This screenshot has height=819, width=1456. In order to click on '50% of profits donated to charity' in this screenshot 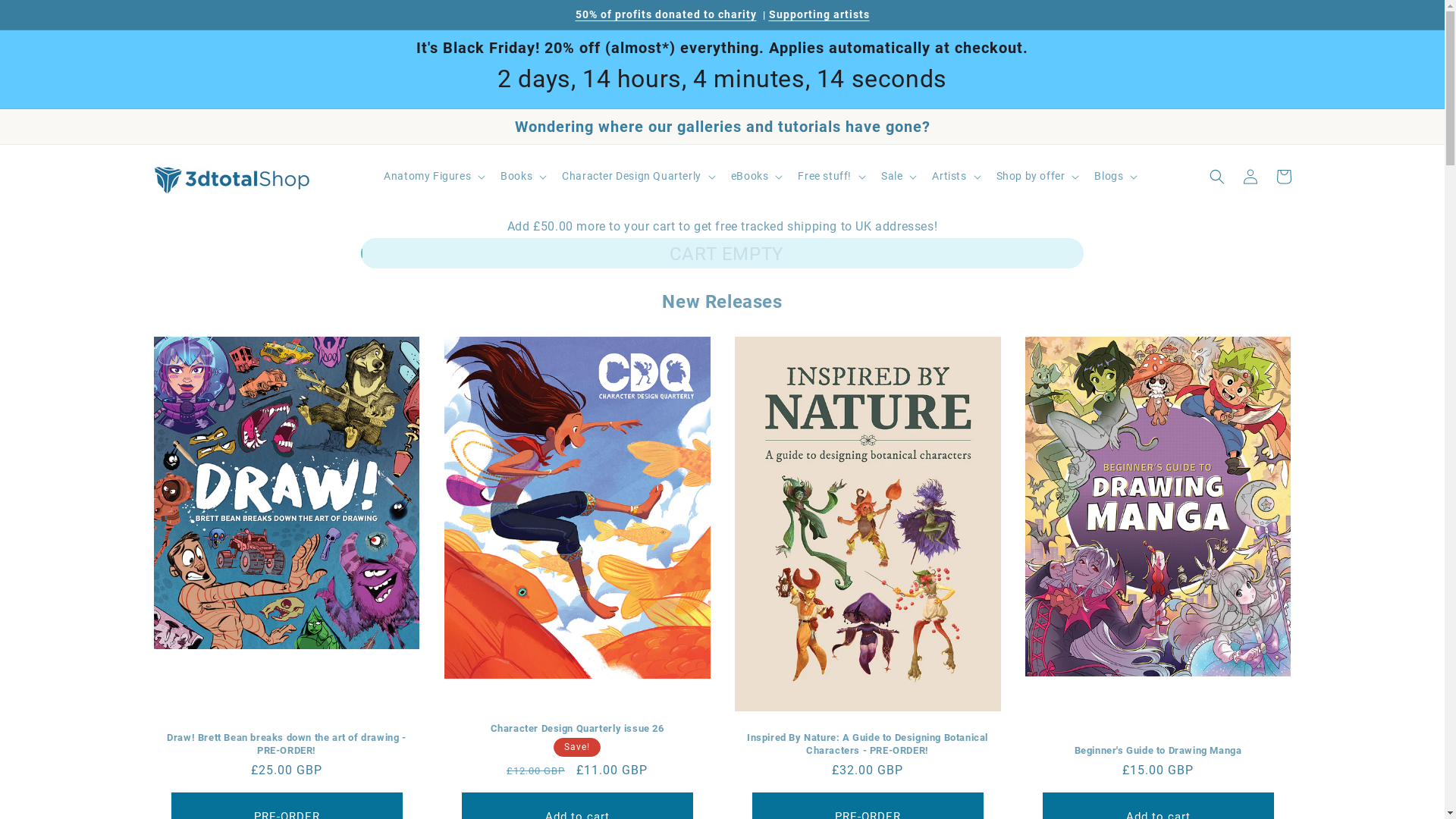, I will do `click(574, 14)`.